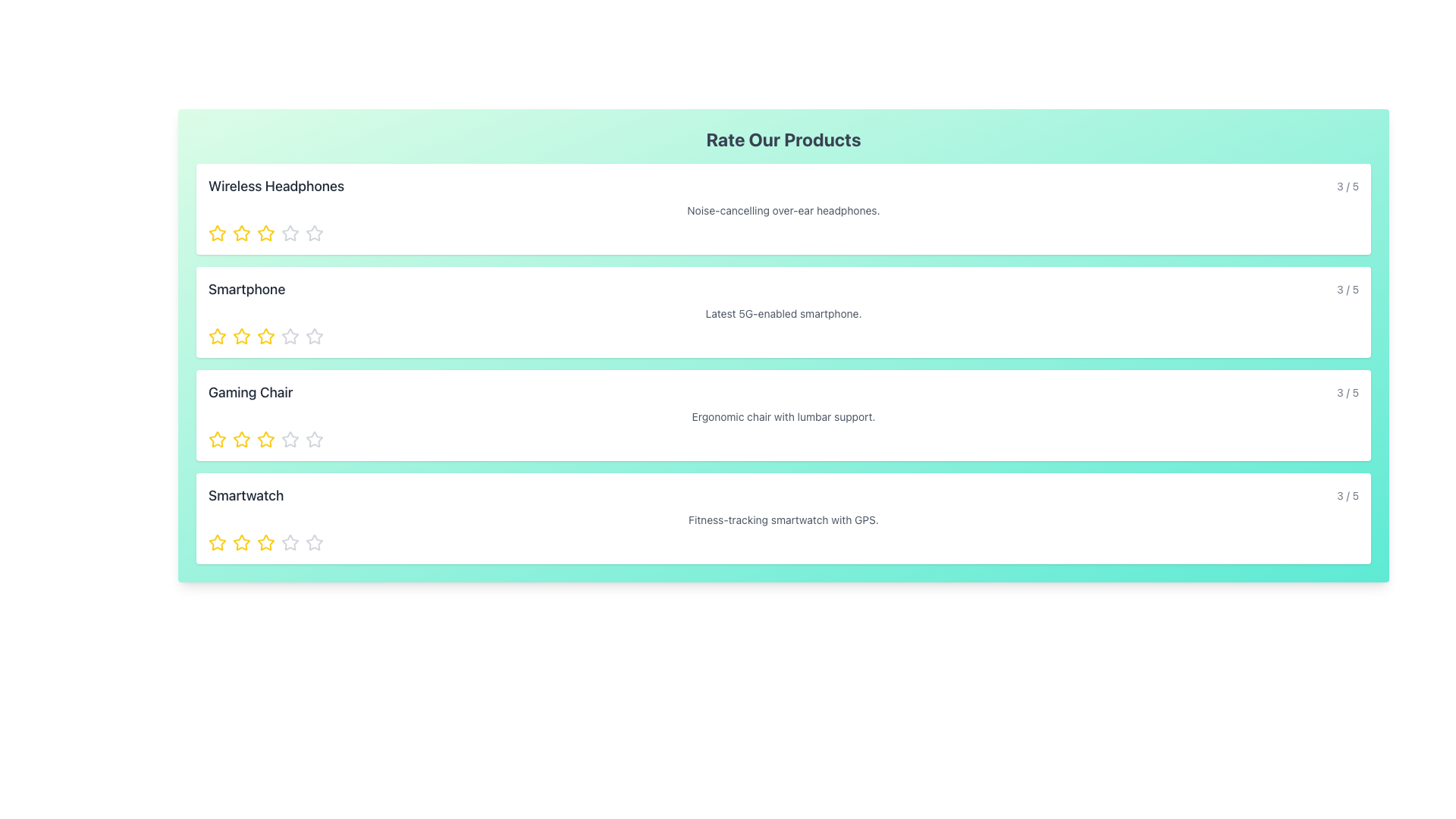 This screenshot has height=819, width=1456. I want to click on the second star in the rating system for the 'Smartphone' product, so click(290, 335).